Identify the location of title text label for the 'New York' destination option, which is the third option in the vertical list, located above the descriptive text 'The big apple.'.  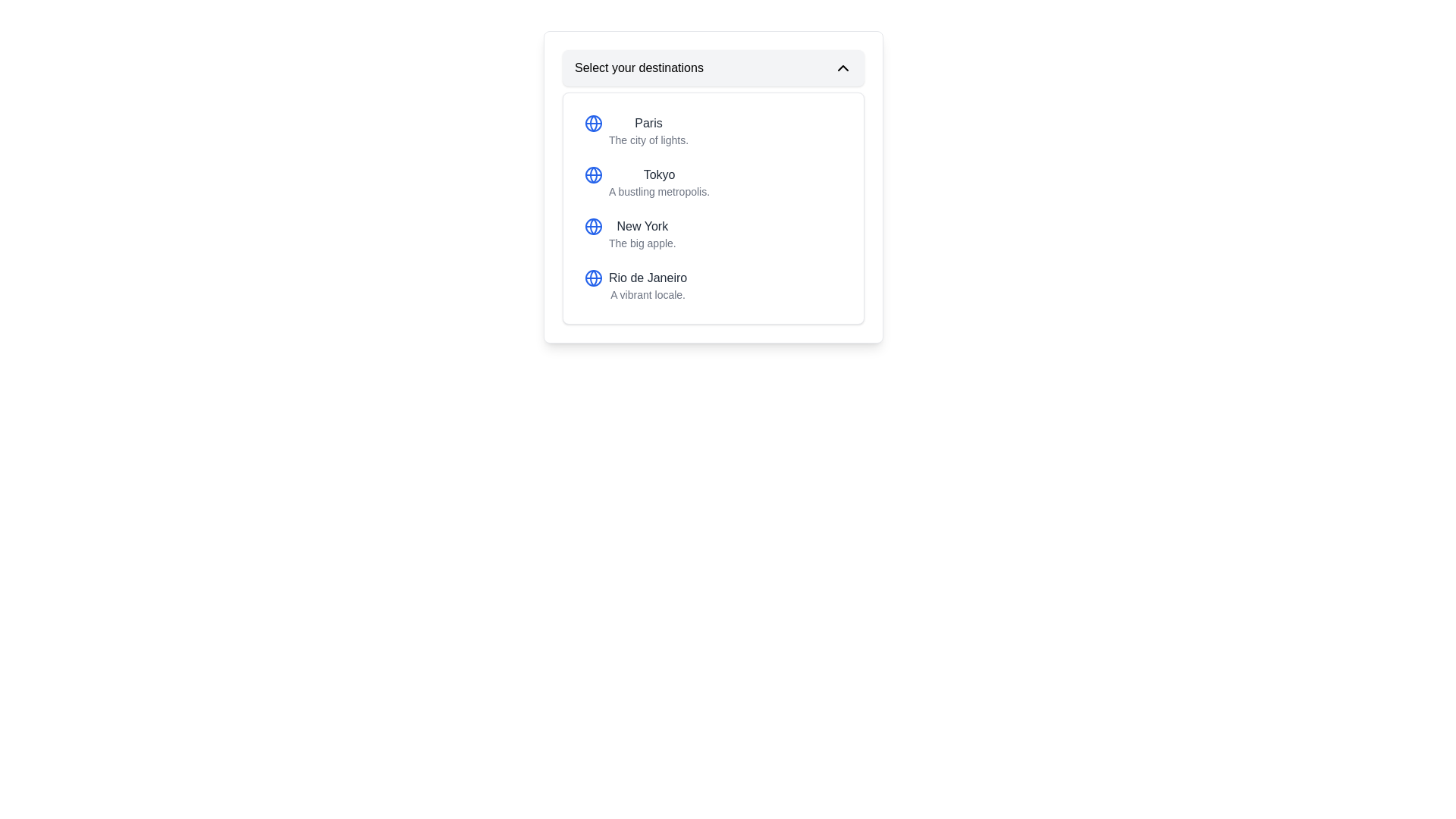
(642, 227).